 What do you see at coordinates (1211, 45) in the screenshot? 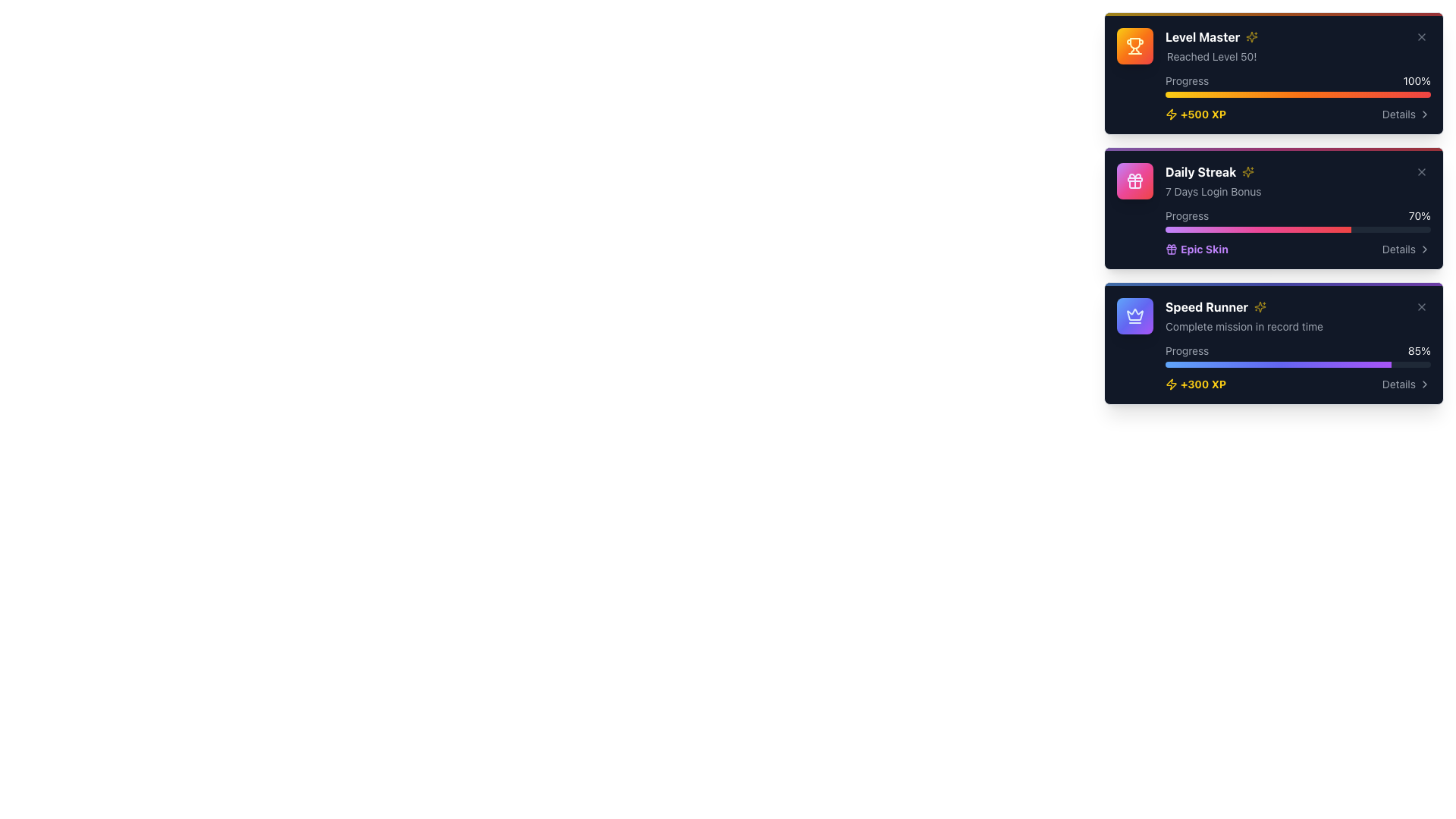
I see `the Informational display panel or achievement badge that shows 'Level Master' and 'Reached Level 50!' with a sparkling star icon to the right` at bounding box center [1211, 45].